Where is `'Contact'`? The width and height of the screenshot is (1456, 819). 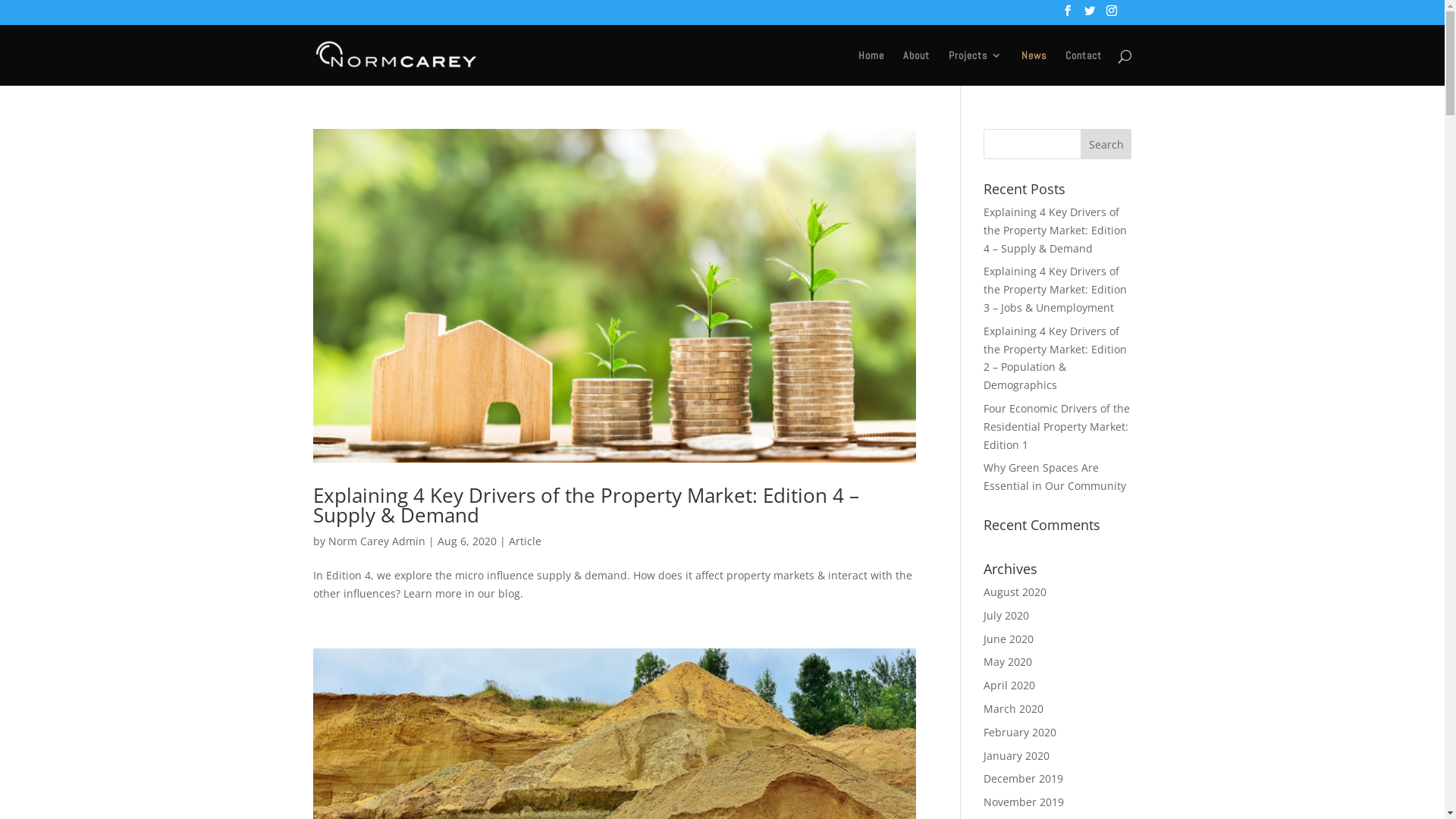
'Contact' is located at coordinates (1081, 67).